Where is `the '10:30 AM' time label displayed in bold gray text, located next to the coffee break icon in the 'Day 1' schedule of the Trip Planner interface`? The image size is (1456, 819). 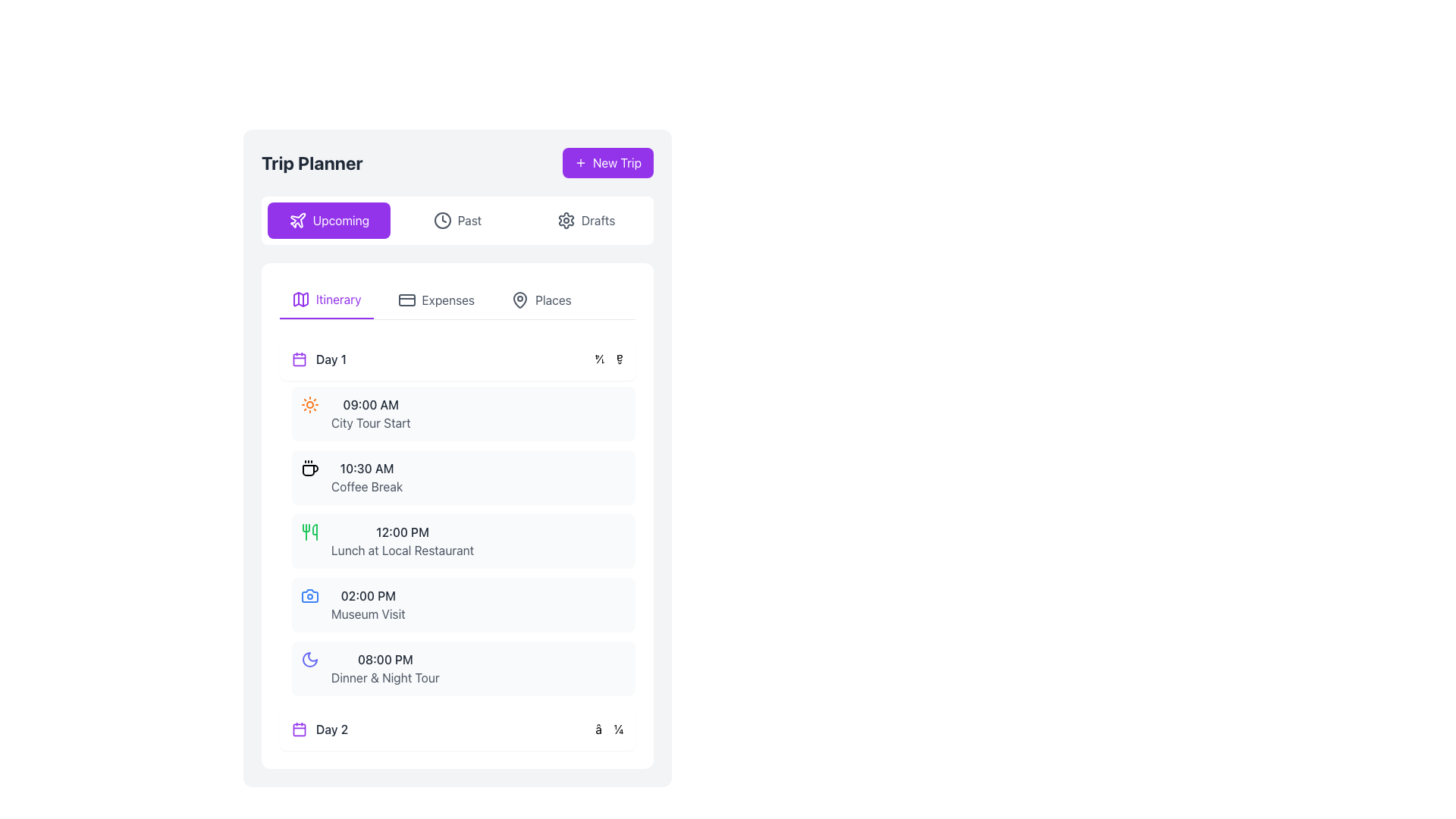
the '10:30 AM' time label displayed in bold gray text, located next to the coffee break icon in the 'Day 1' schedule of the Trip Planner interface is located at coordinates (367, 467).